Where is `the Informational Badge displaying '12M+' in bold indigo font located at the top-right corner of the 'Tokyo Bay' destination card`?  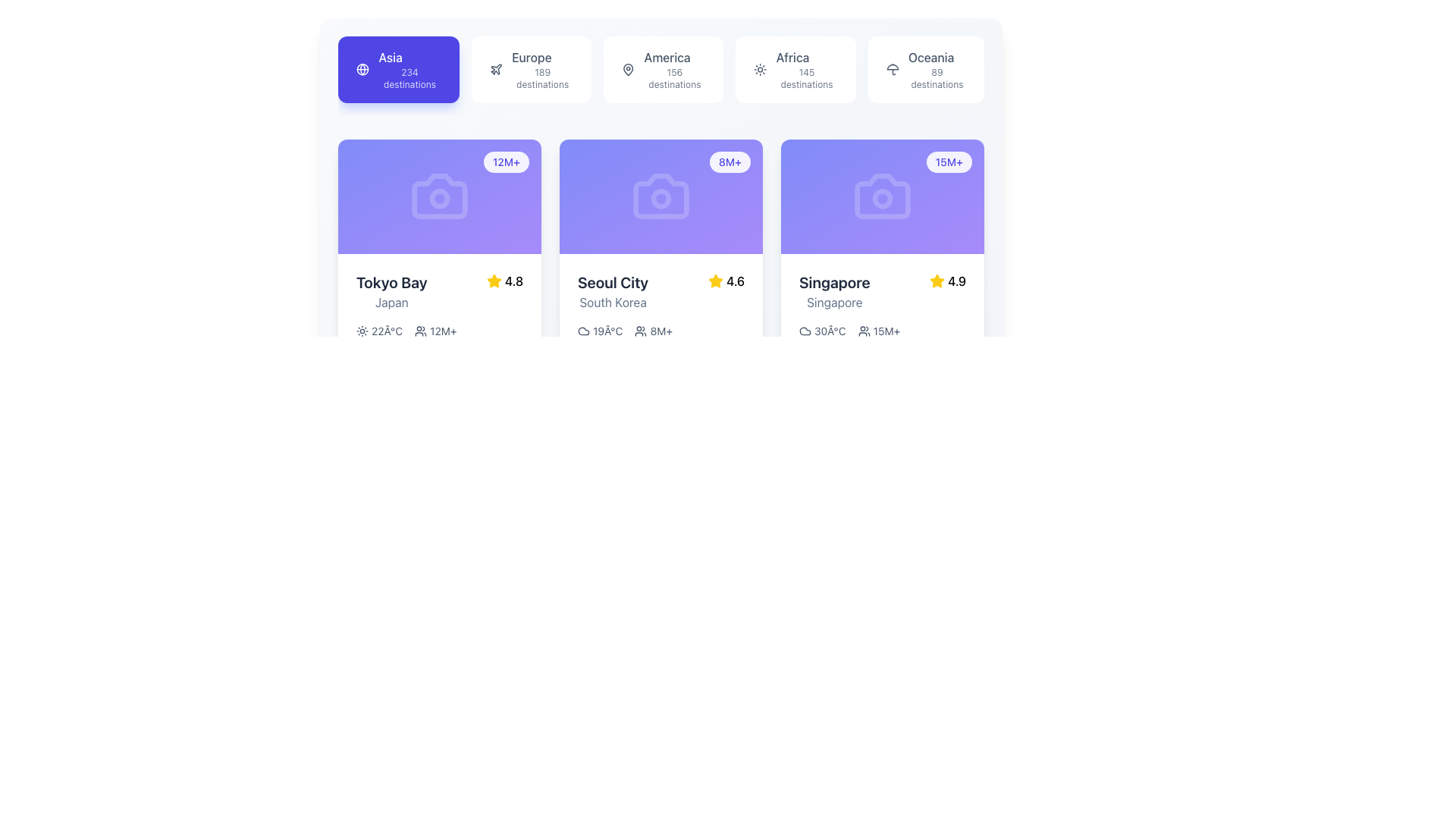 the Informational Badge displaying '12M+' in bold indigo font located at the top-right corner of the 'Tokyo Bay' destination card is located at coordinates (506, 162).